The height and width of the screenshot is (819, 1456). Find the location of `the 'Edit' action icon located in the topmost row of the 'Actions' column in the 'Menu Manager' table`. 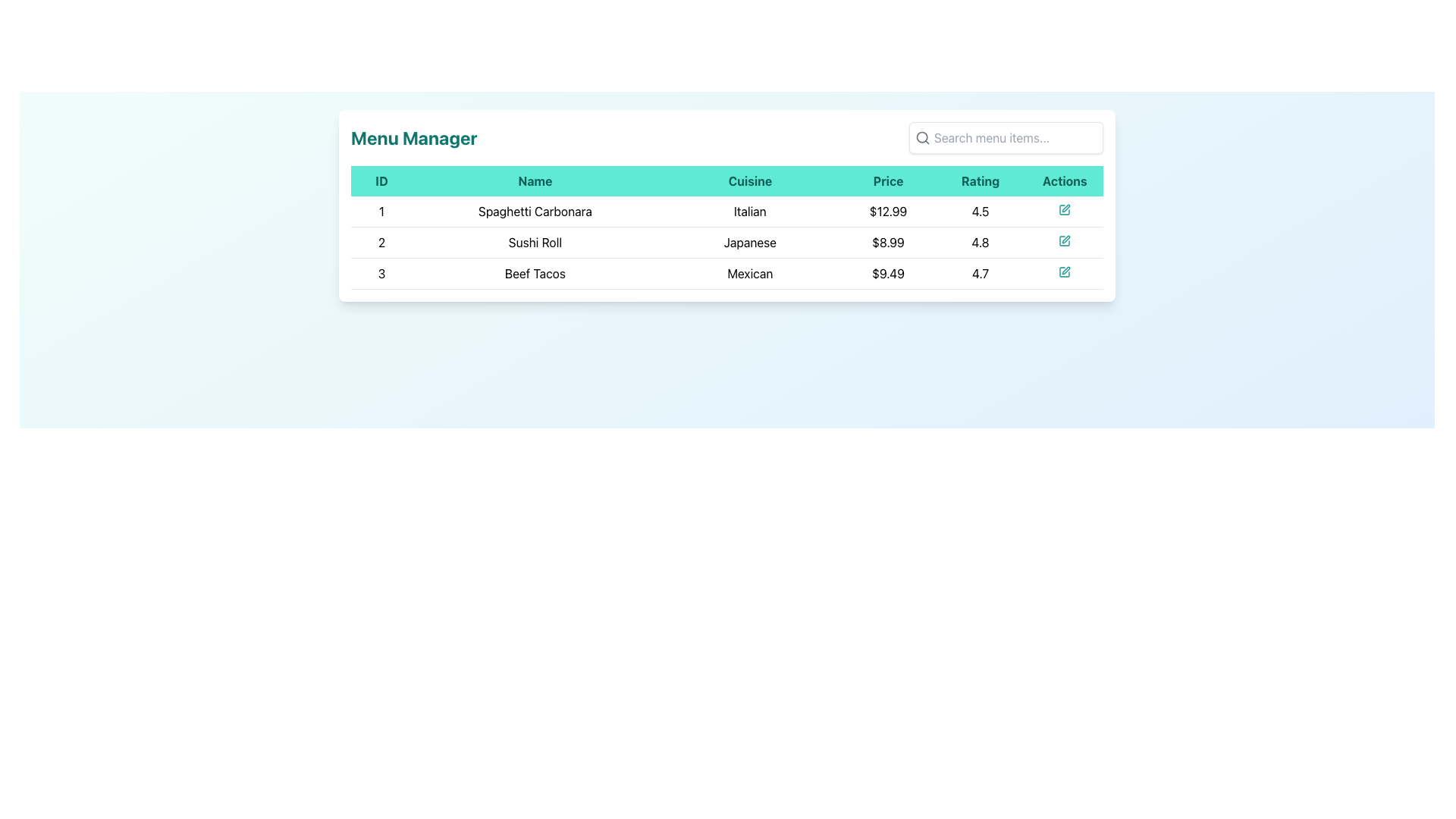

the 'Edit' action icon located in the topmost row of the 'Actions' column in the 'Menu Manager' table is located at coordinates (1064, 210).